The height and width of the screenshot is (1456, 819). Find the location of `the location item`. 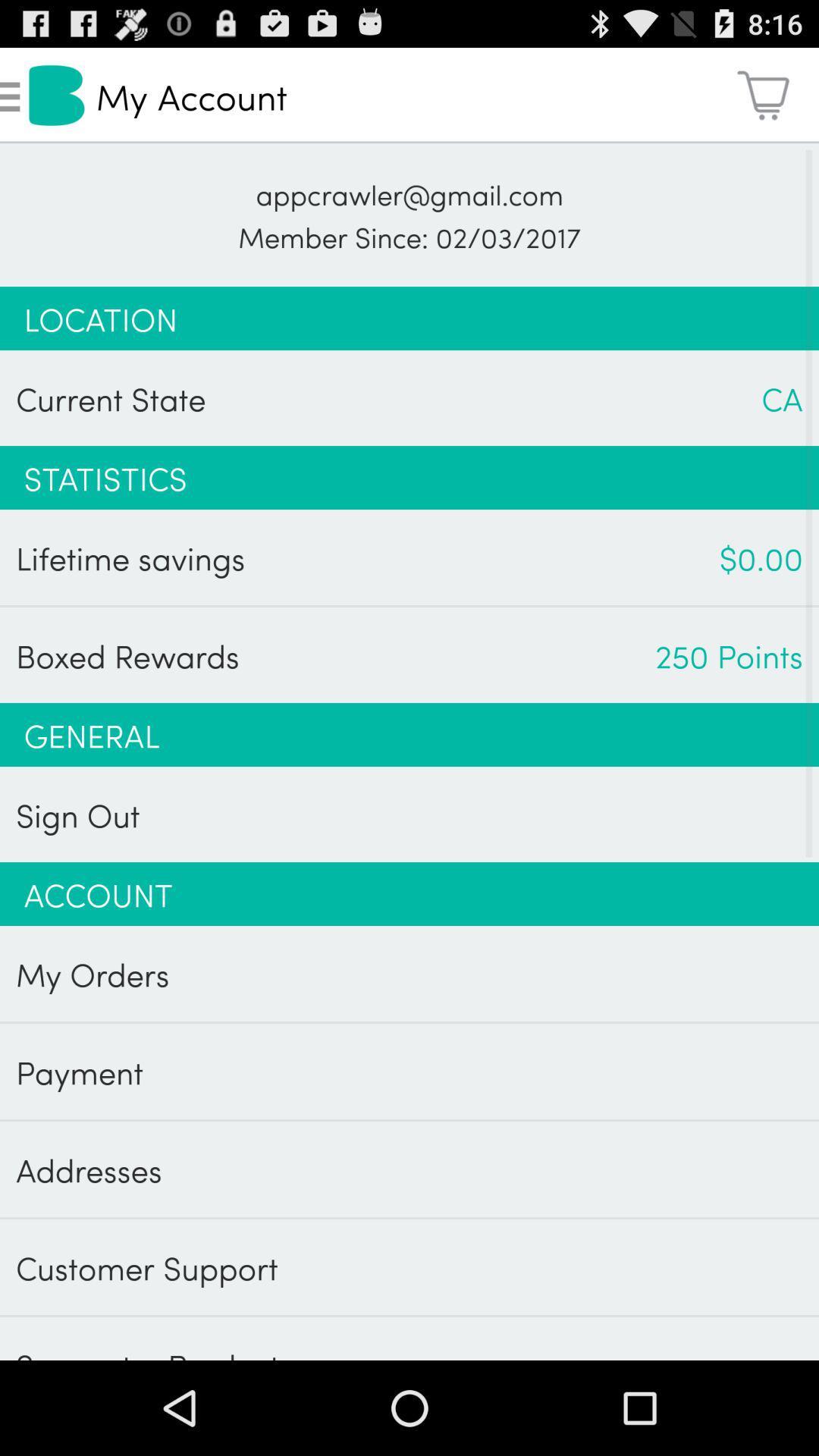

the location item is located at coordinates (409, 318).